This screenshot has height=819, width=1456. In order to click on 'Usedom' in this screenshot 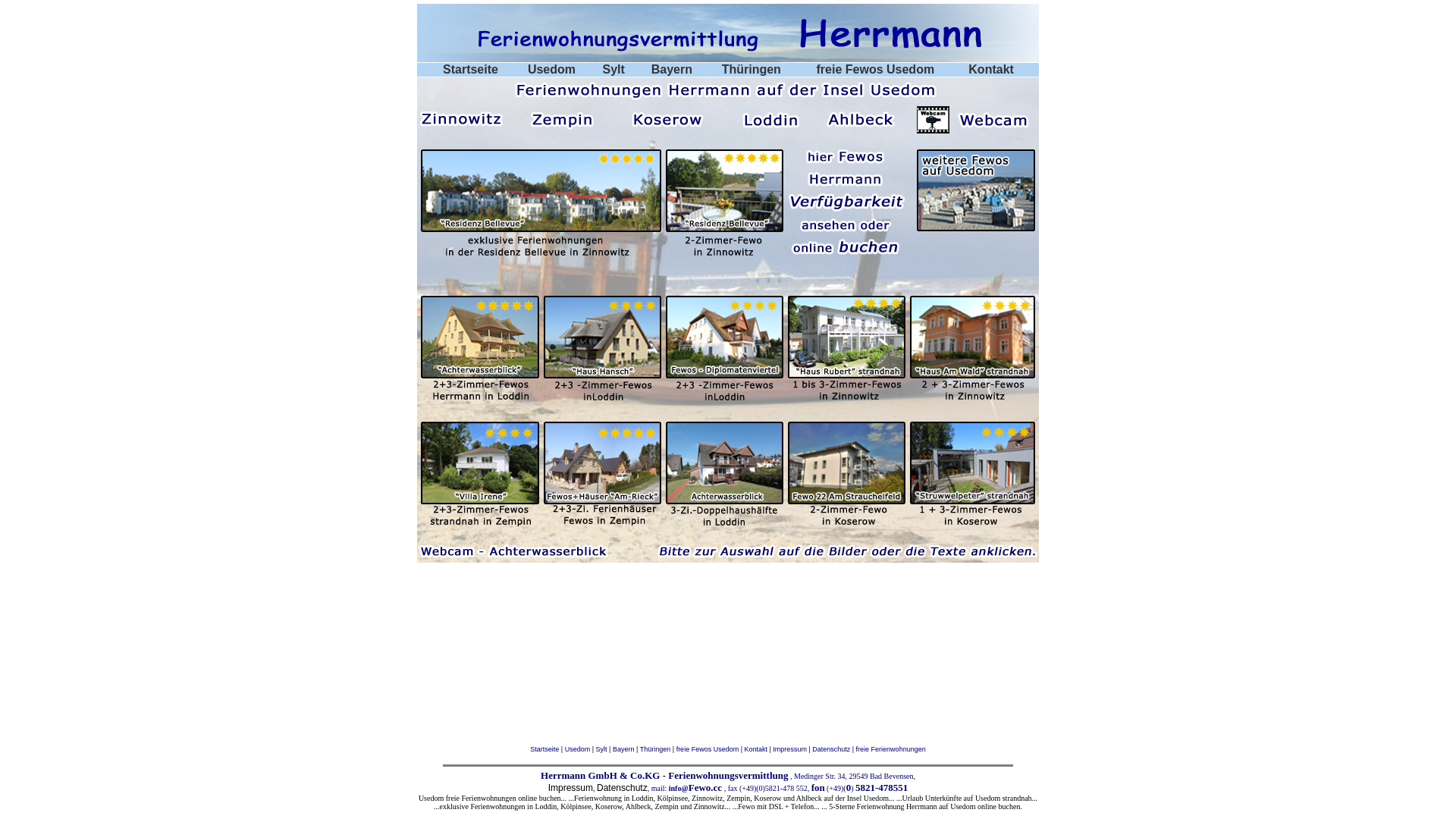, I will do `click(551, 69)`.